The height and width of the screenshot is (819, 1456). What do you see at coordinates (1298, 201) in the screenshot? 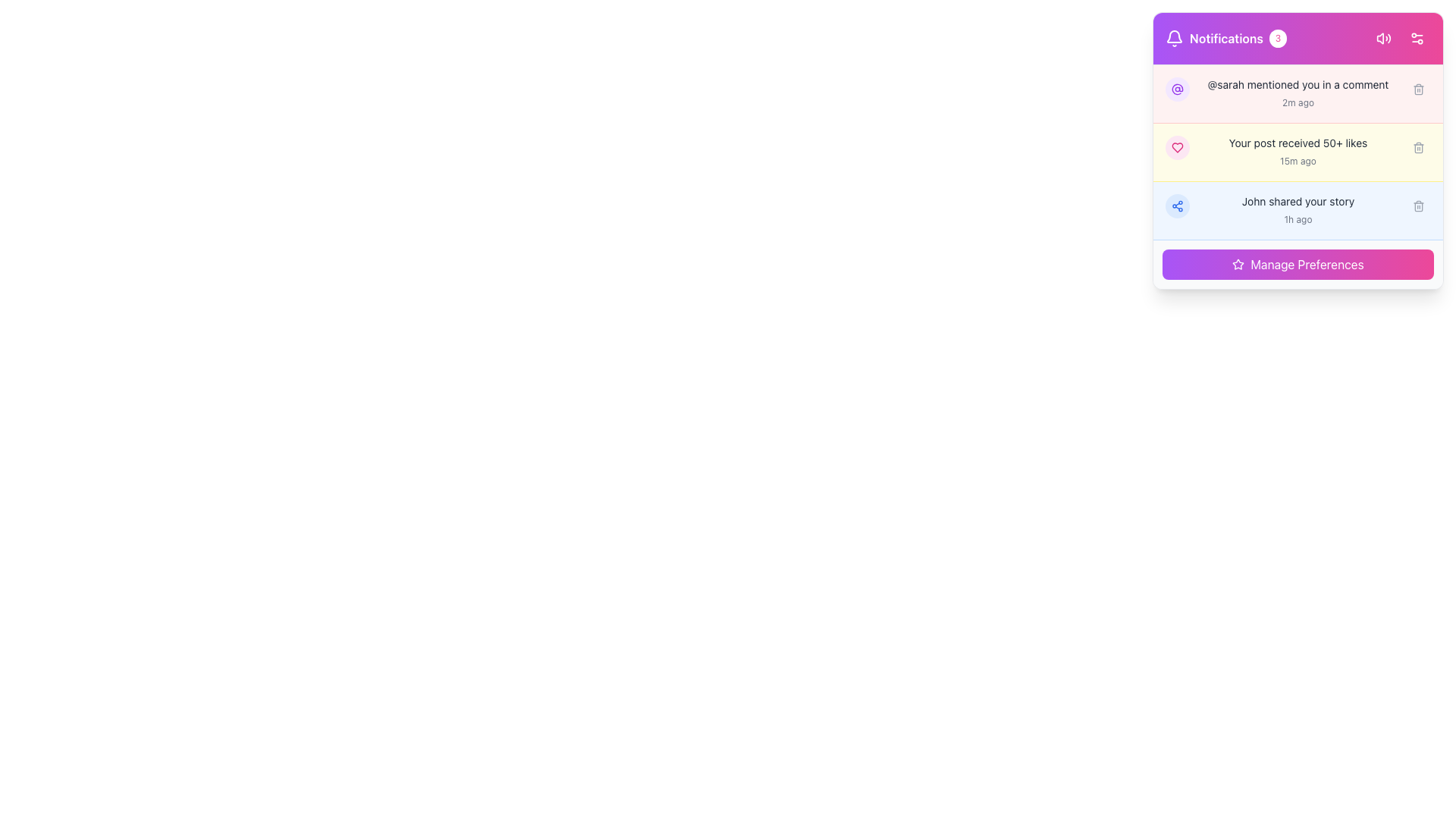
I see `the text label reading 'John shared your story' in the notification panel` at bounding box center [1298, 201].